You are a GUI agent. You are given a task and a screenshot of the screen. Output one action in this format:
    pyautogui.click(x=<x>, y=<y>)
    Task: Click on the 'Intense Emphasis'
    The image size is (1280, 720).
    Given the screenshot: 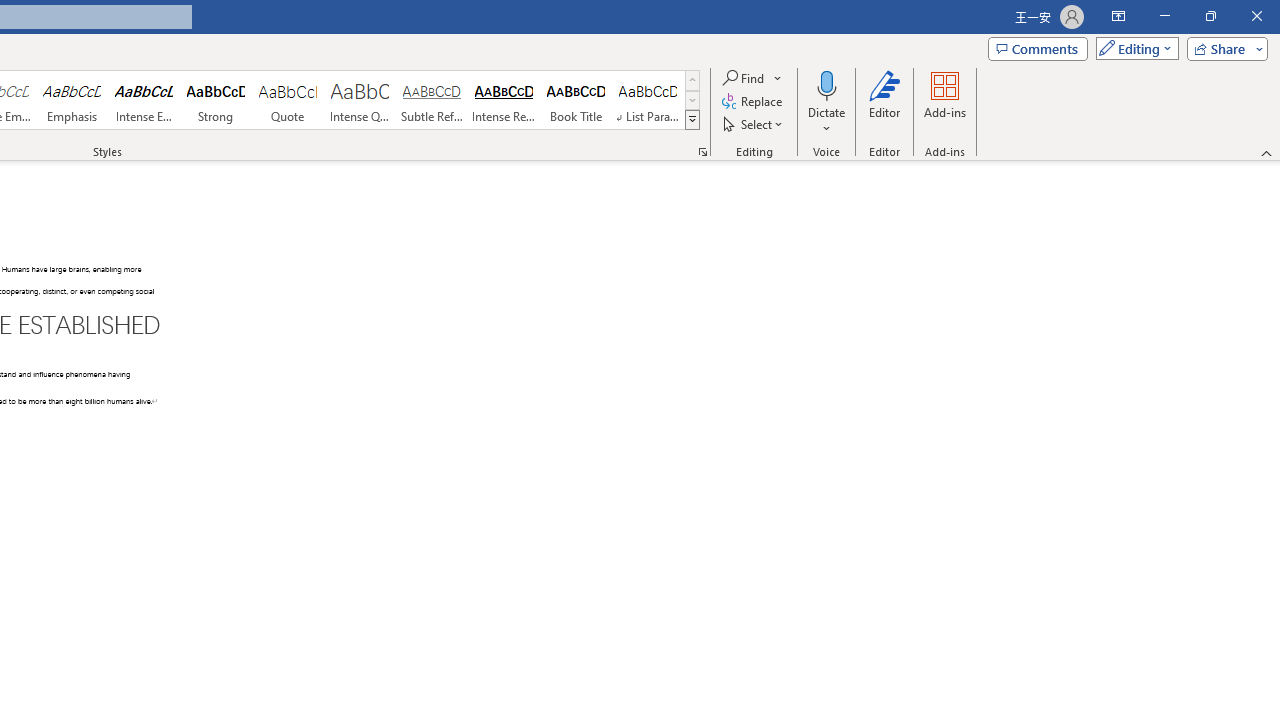 What is the action you would take?
    pyautogui.click(x=143, y=100)
    